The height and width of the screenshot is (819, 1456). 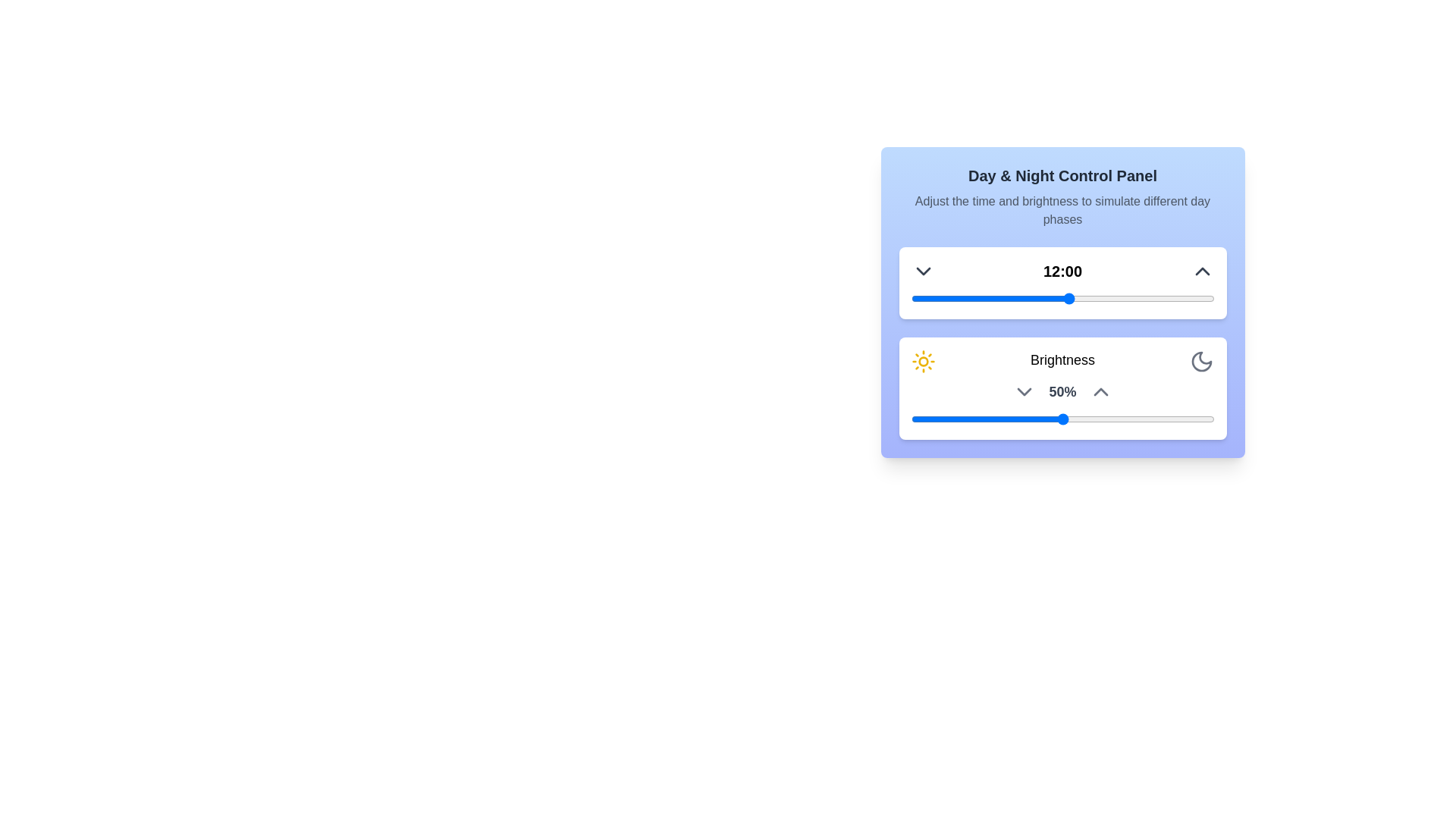 What do you see at coordinates (922, 271) in the screenshot?
I see `the downward-pointing chevron icon located on the left-hand side of the top row in the white rectangular panel for tooltip or highlight effect` at bounding box center [922, 271].